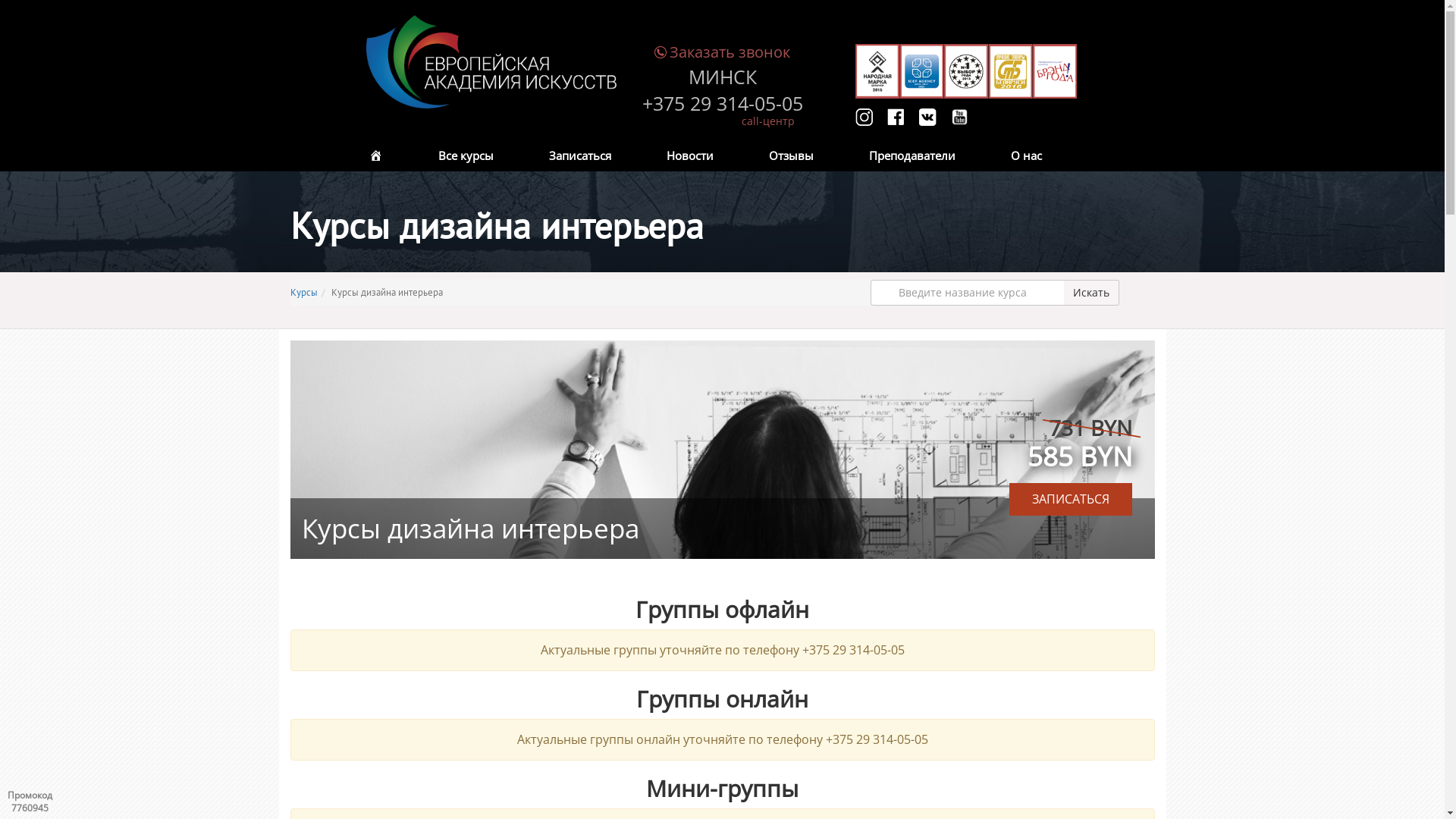 The image size is (1456, 819). What do you see at coordinates (720, 103) in the screenshot?
I see `'+375 29 314-05-05'` at bounding box center [720, 103].